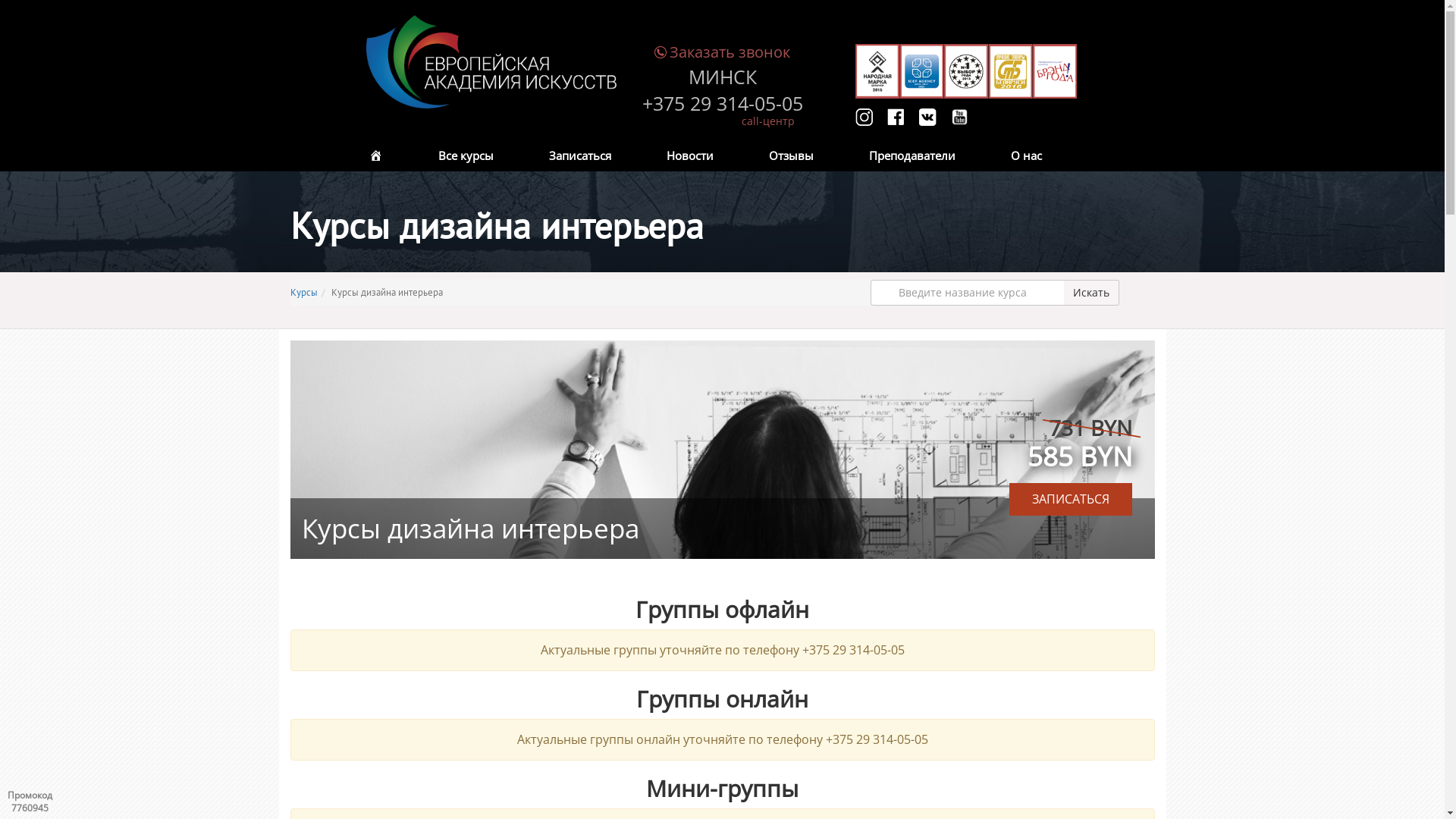 The image size is (1456, 819). What do you see at coordinates (720, 103) in the screenshot?
I see `'+375 29 314-05-05'` at bounding box center [720, 103].